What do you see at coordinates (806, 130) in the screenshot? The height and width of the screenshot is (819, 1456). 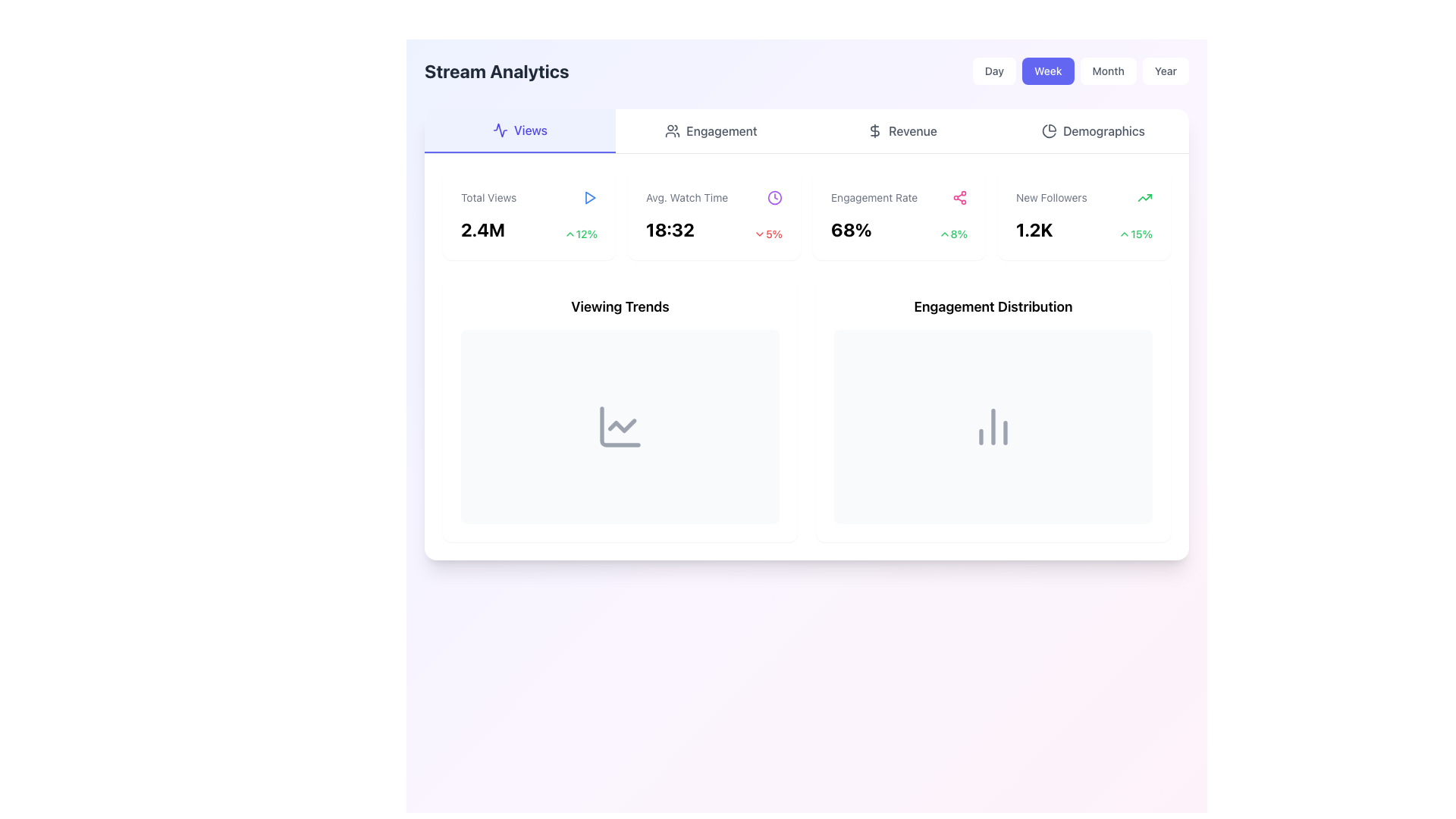 I see `the Navigation bar to switch to a corresponding tab such as 'Views', 'Engagement', 'Revenue', or 'Demographics'` at bounding box center [806, 130].